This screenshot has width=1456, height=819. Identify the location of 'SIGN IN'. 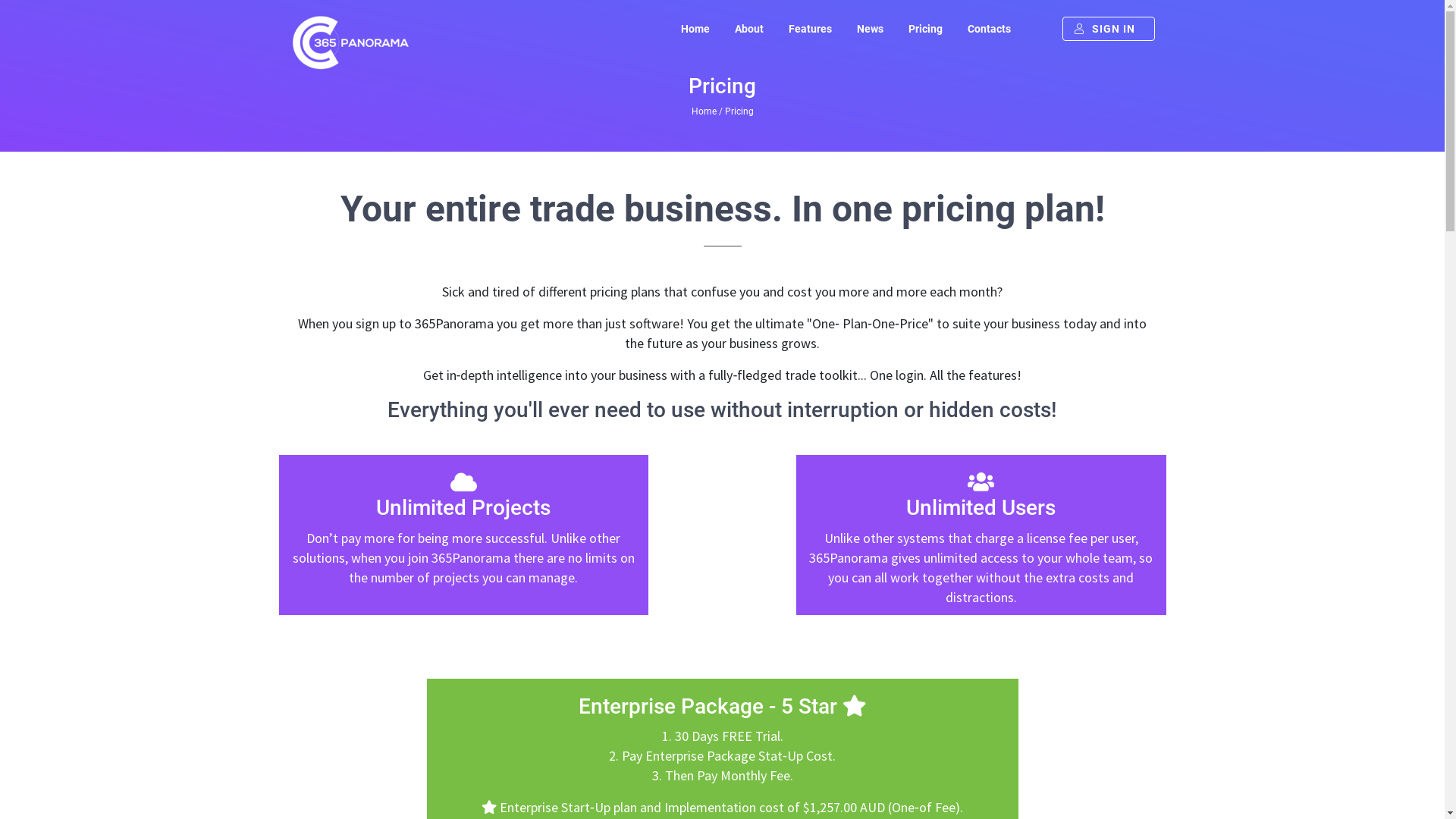
(1107, 29).